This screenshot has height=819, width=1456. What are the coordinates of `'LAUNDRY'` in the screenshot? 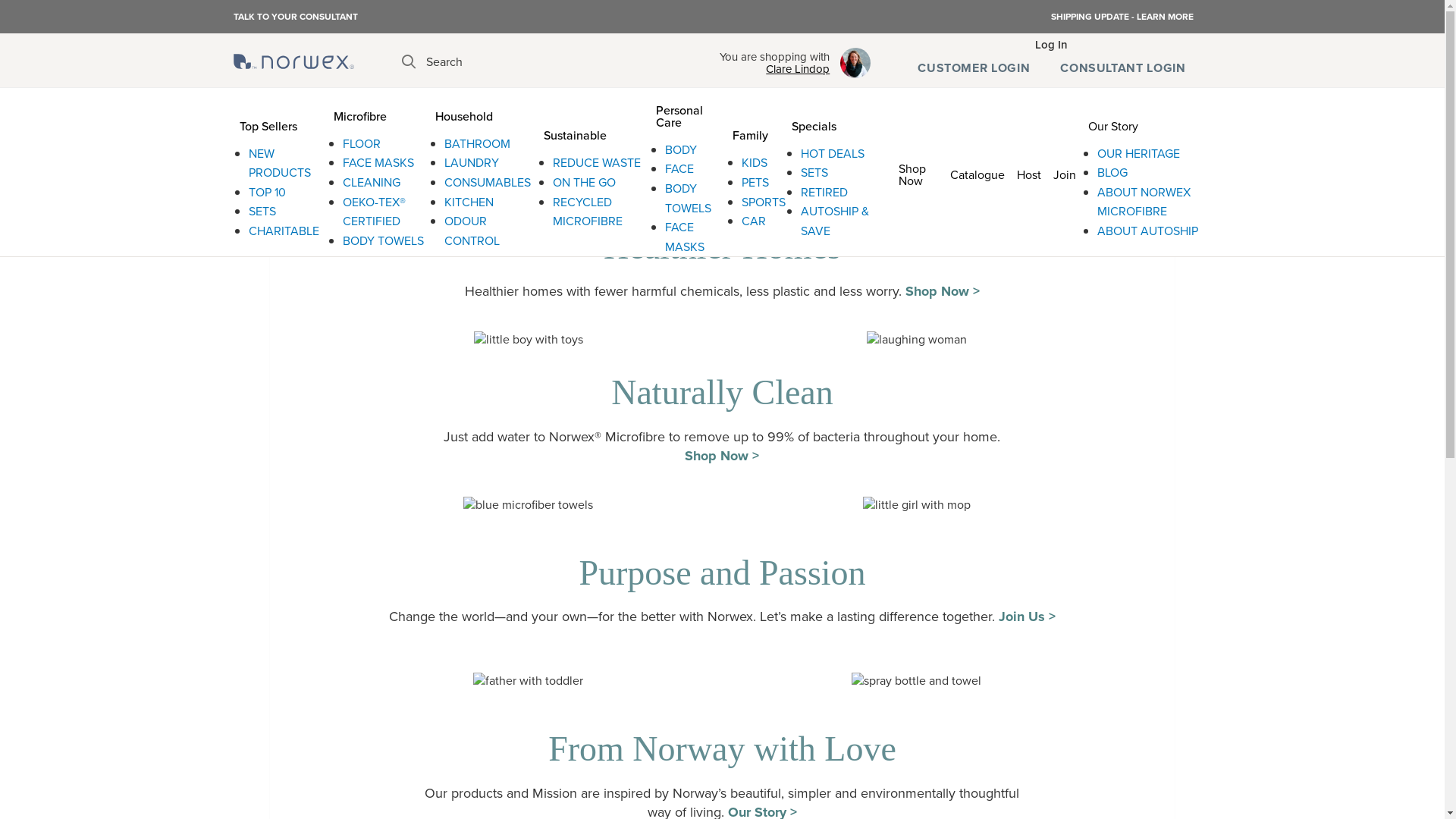 It's located at (443, 162).